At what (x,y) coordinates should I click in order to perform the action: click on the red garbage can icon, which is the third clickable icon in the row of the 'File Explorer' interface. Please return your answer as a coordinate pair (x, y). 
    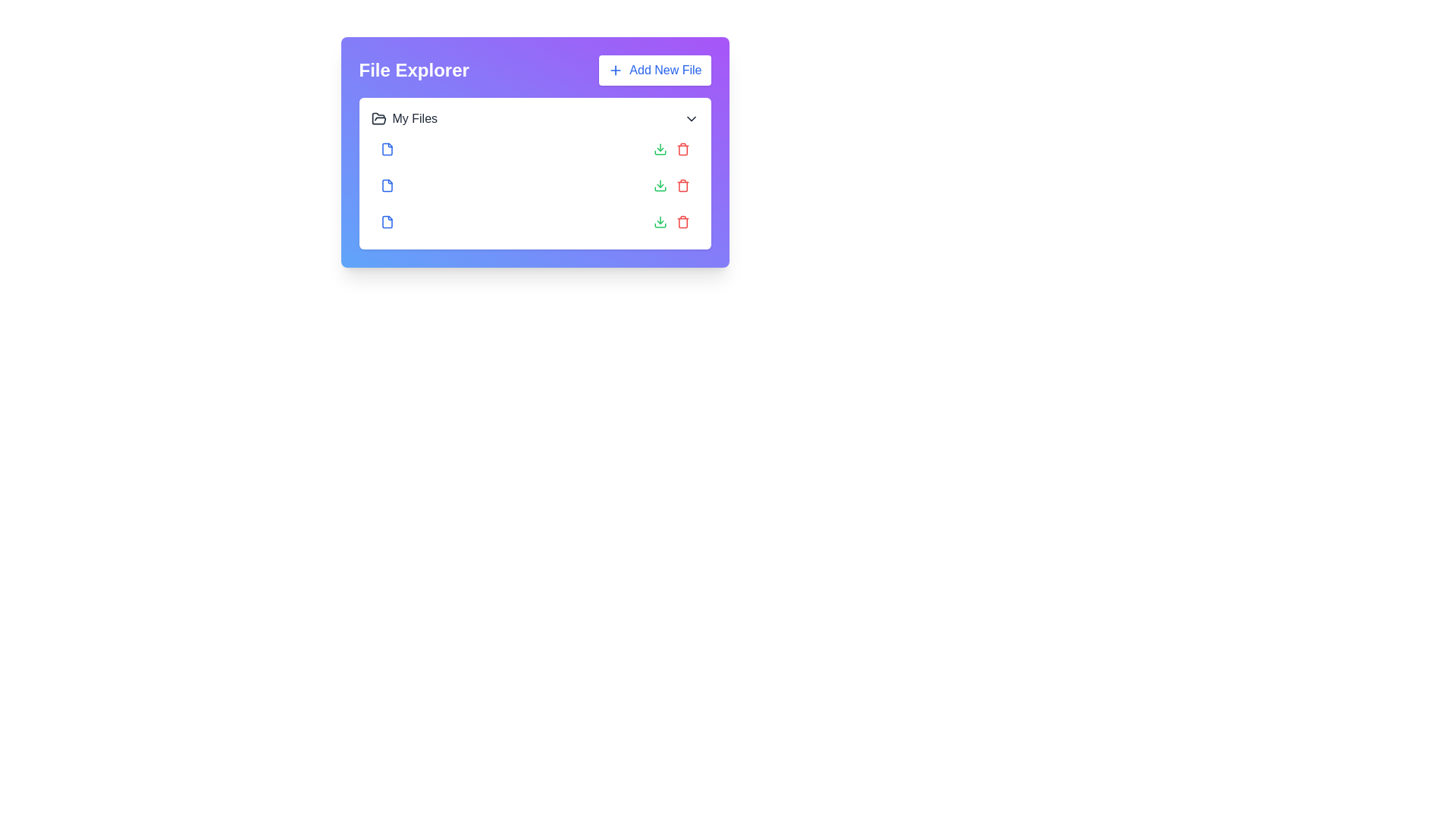
    Looking at the image, I should click on (682, 222).